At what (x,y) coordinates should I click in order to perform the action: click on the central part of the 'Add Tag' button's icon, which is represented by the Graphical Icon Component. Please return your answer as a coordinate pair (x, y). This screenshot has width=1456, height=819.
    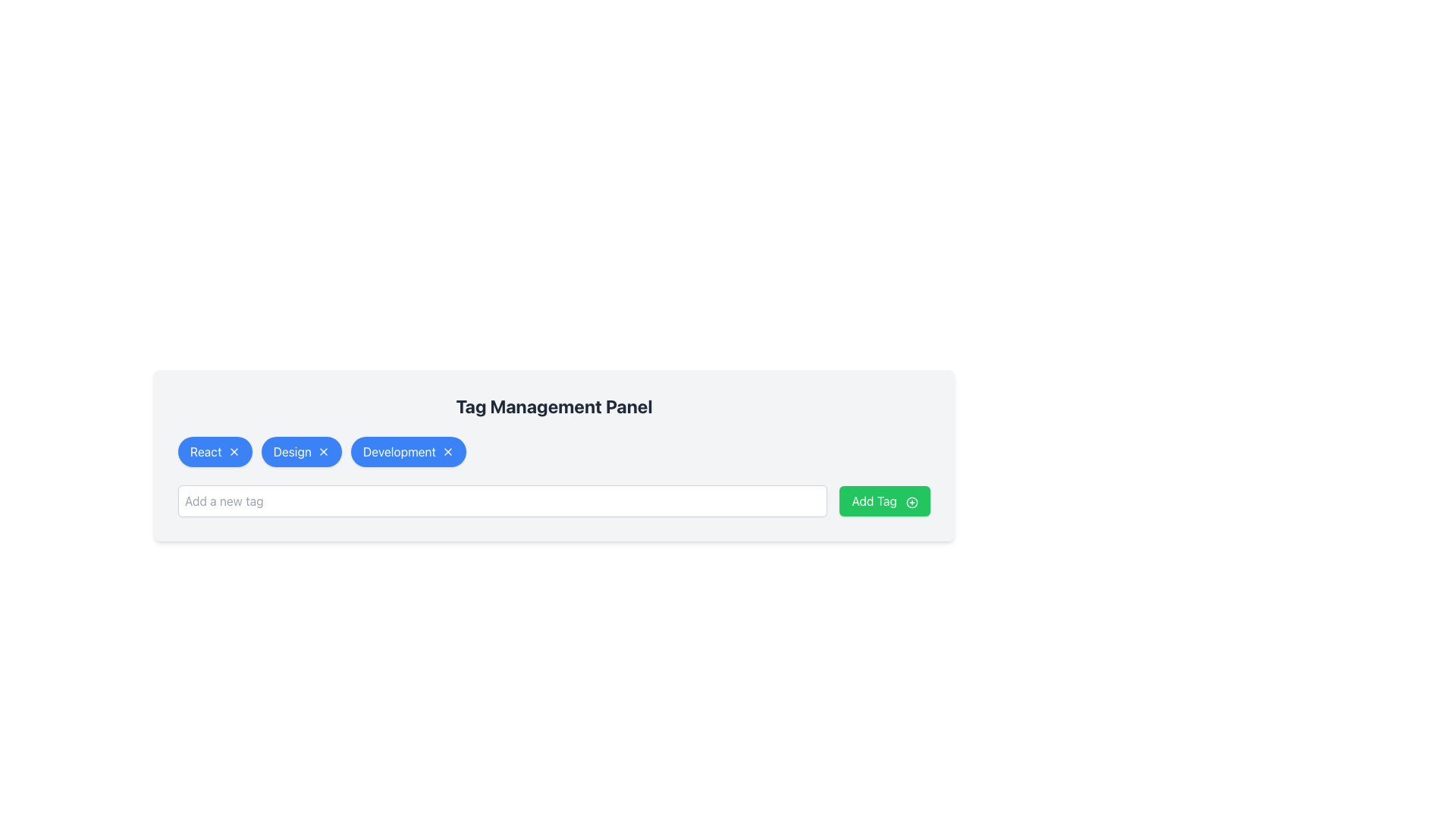
    Looking at the image, I should click on (912, 502).